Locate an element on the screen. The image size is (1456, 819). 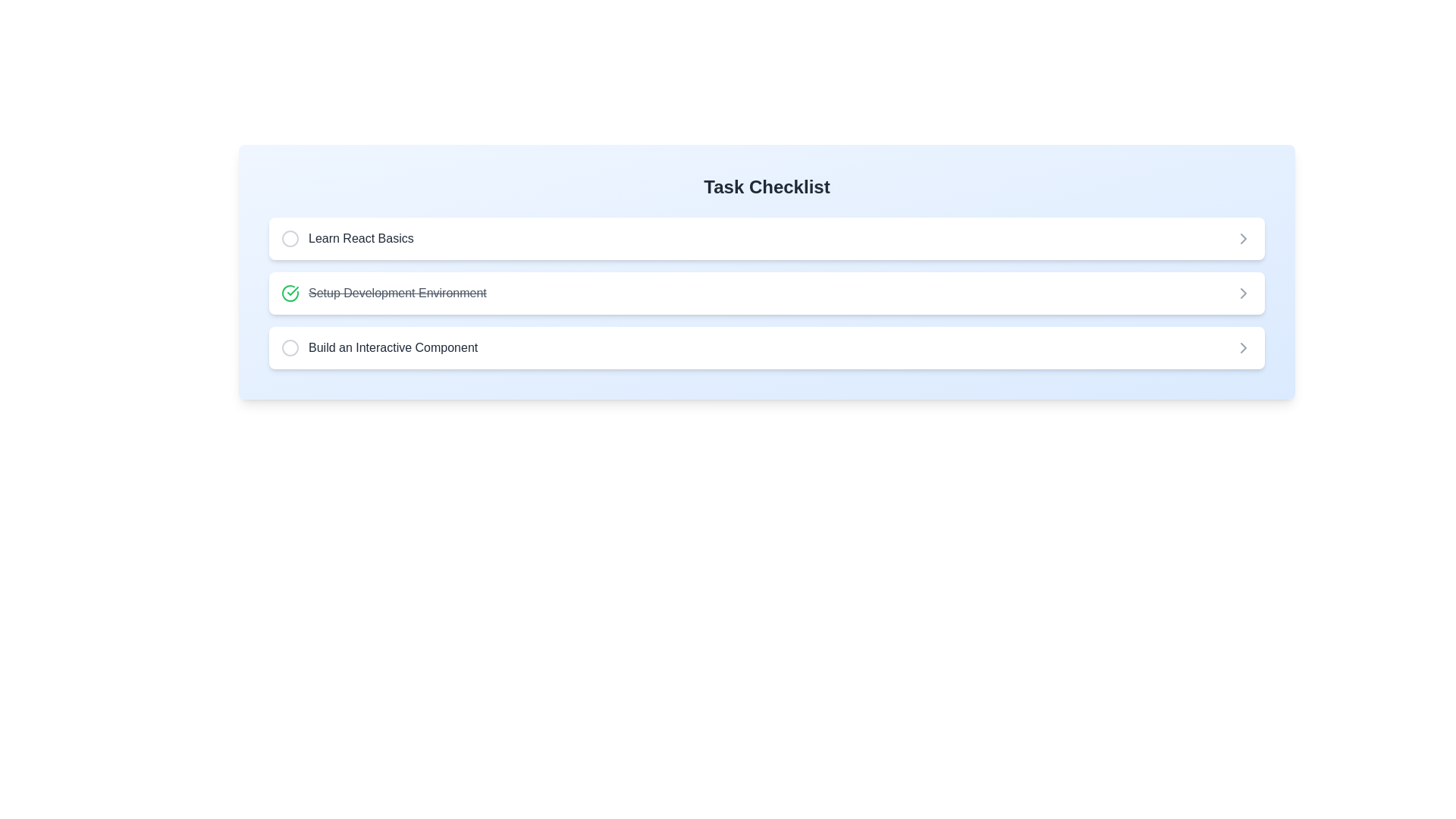
the gray circular element with a diameter of 20 pixels located beside the text 'Learn React Basics' in the 'Task Checklist' is located at coordinates (290, 239).